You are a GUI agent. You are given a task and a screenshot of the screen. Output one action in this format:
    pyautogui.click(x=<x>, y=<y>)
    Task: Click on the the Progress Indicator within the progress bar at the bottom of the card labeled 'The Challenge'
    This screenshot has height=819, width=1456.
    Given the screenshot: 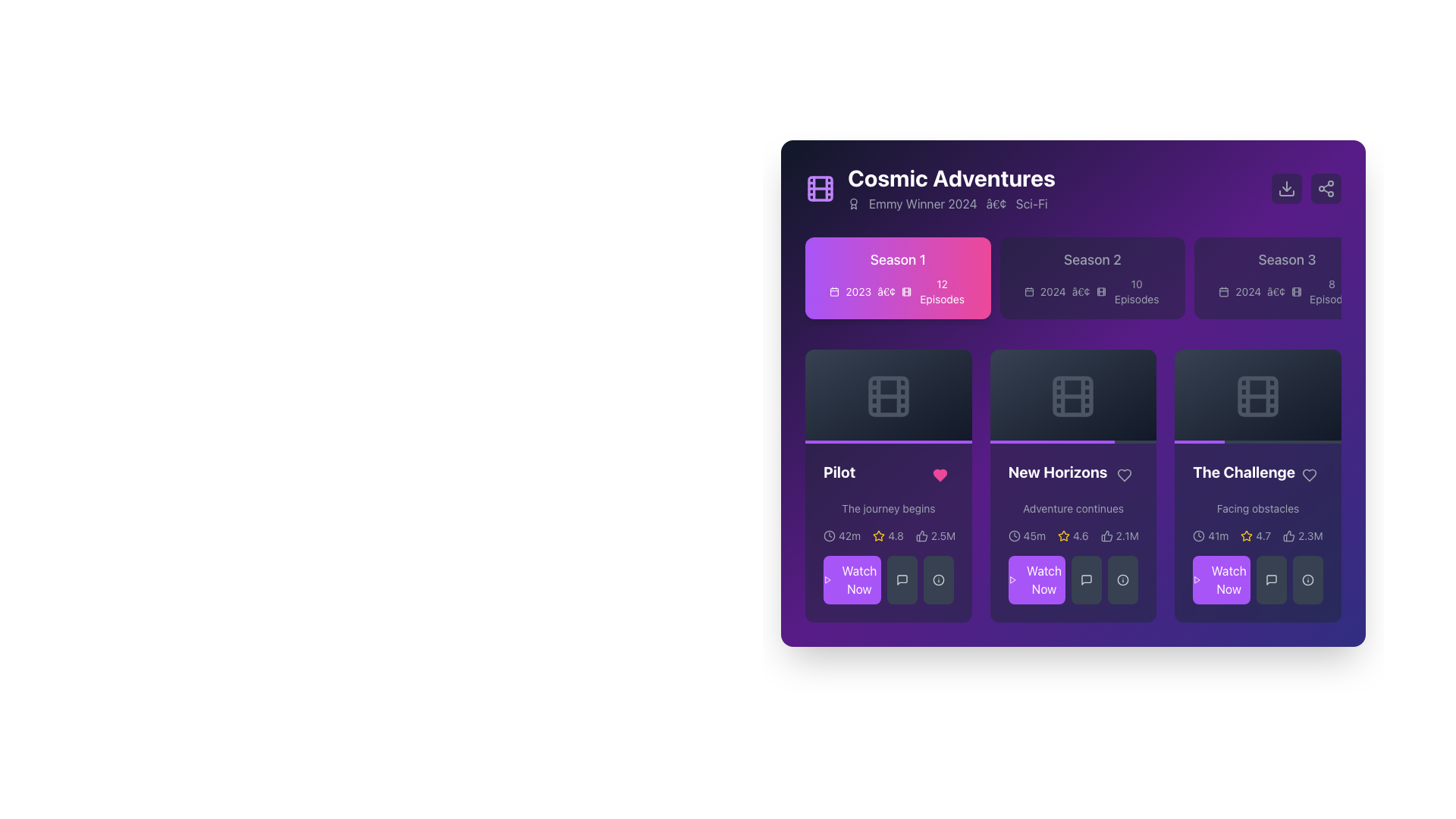 What is the action you would take?
    pyautogui.click(x=1199, y=441)
    